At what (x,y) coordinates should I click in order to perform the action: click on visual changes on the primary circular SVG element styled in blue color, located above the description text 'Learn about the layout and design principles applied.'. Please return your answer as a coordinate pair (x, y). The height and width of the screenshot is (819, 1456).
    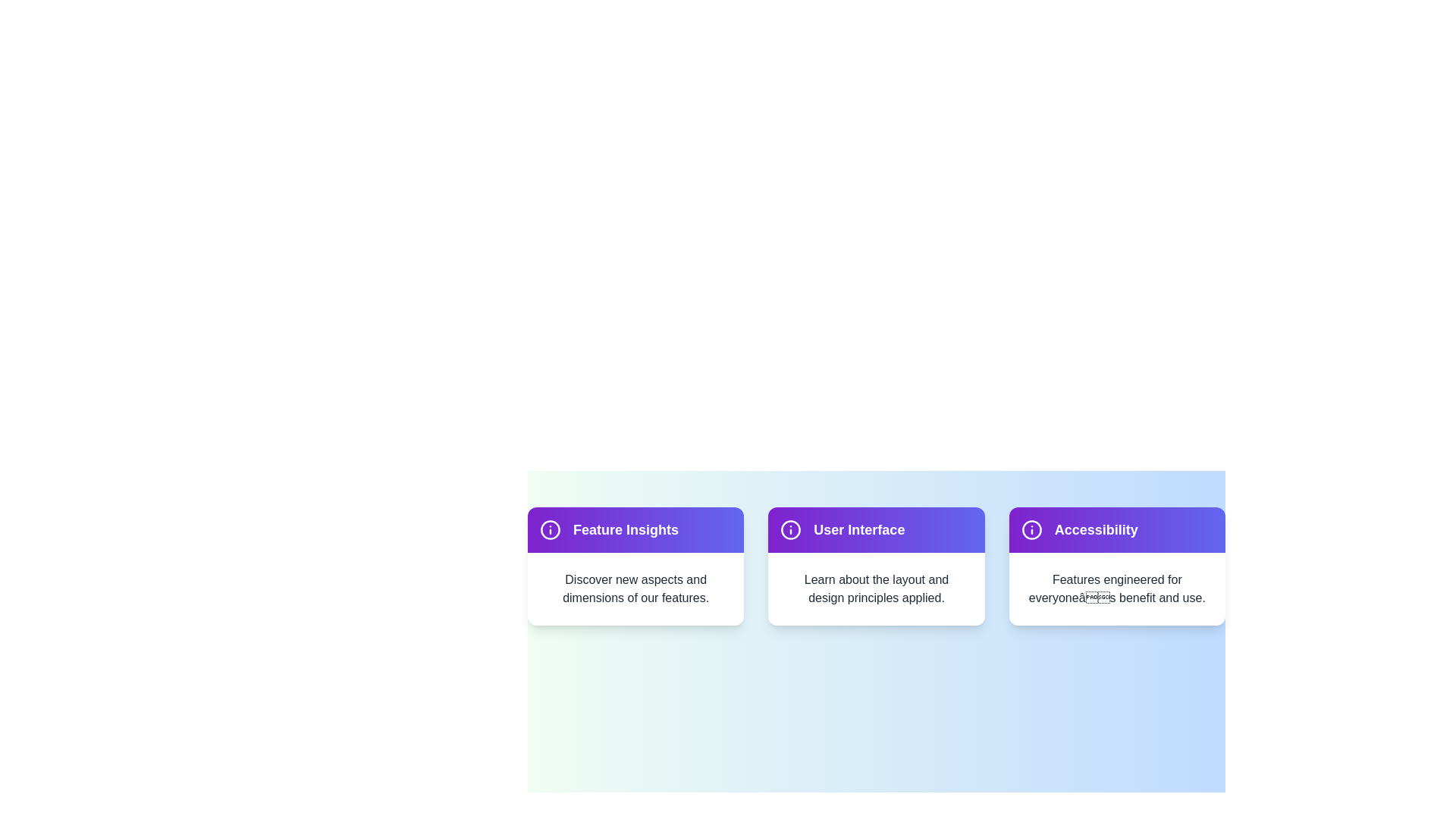
    Looking at the image, I should click on (549, 529).